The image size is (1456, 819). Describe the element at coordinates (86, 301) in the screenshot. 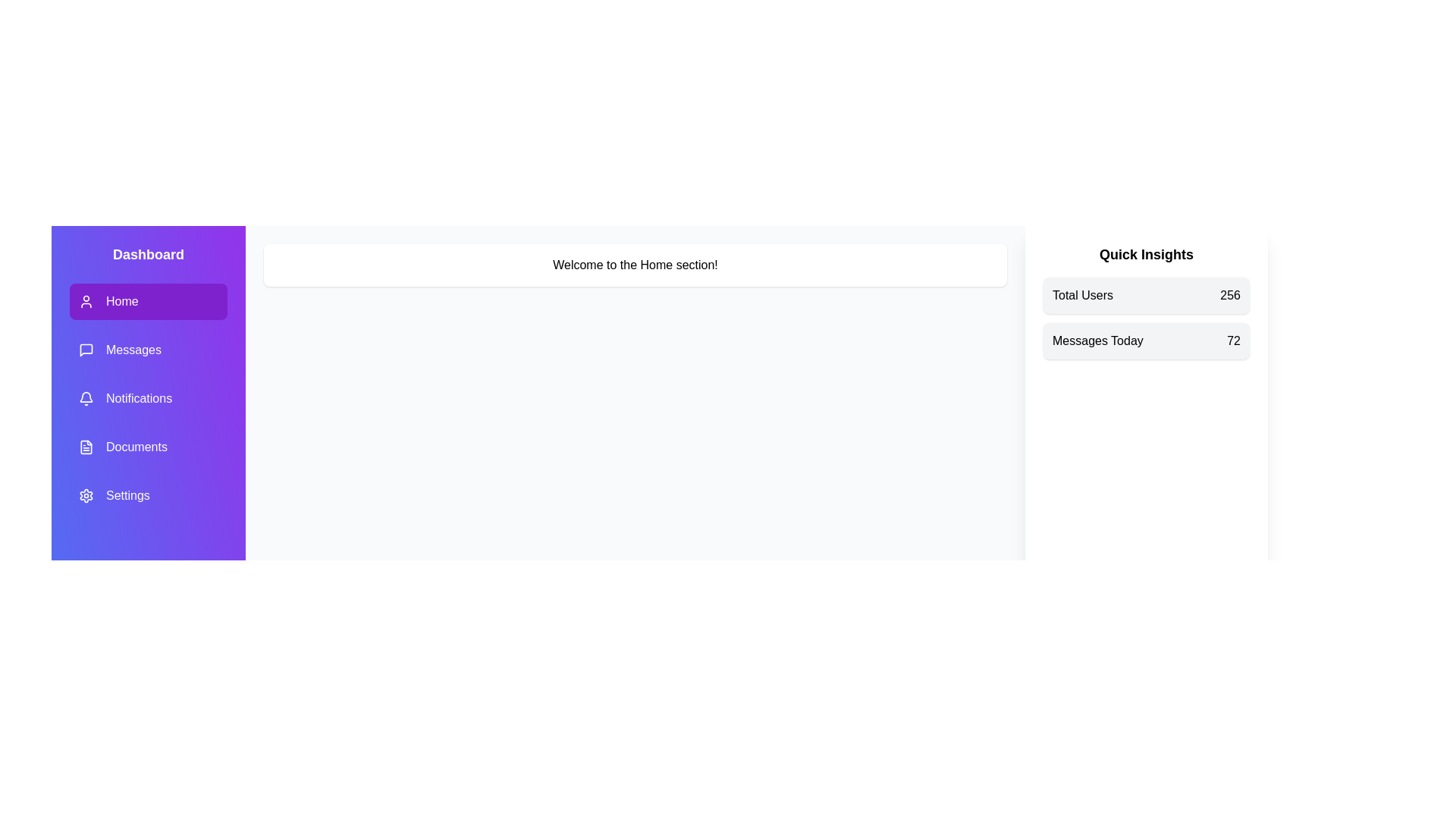

I see `the decorative 'Home' SVG icon located in the sidebar, to the left of the text label 'Home'` at that location.